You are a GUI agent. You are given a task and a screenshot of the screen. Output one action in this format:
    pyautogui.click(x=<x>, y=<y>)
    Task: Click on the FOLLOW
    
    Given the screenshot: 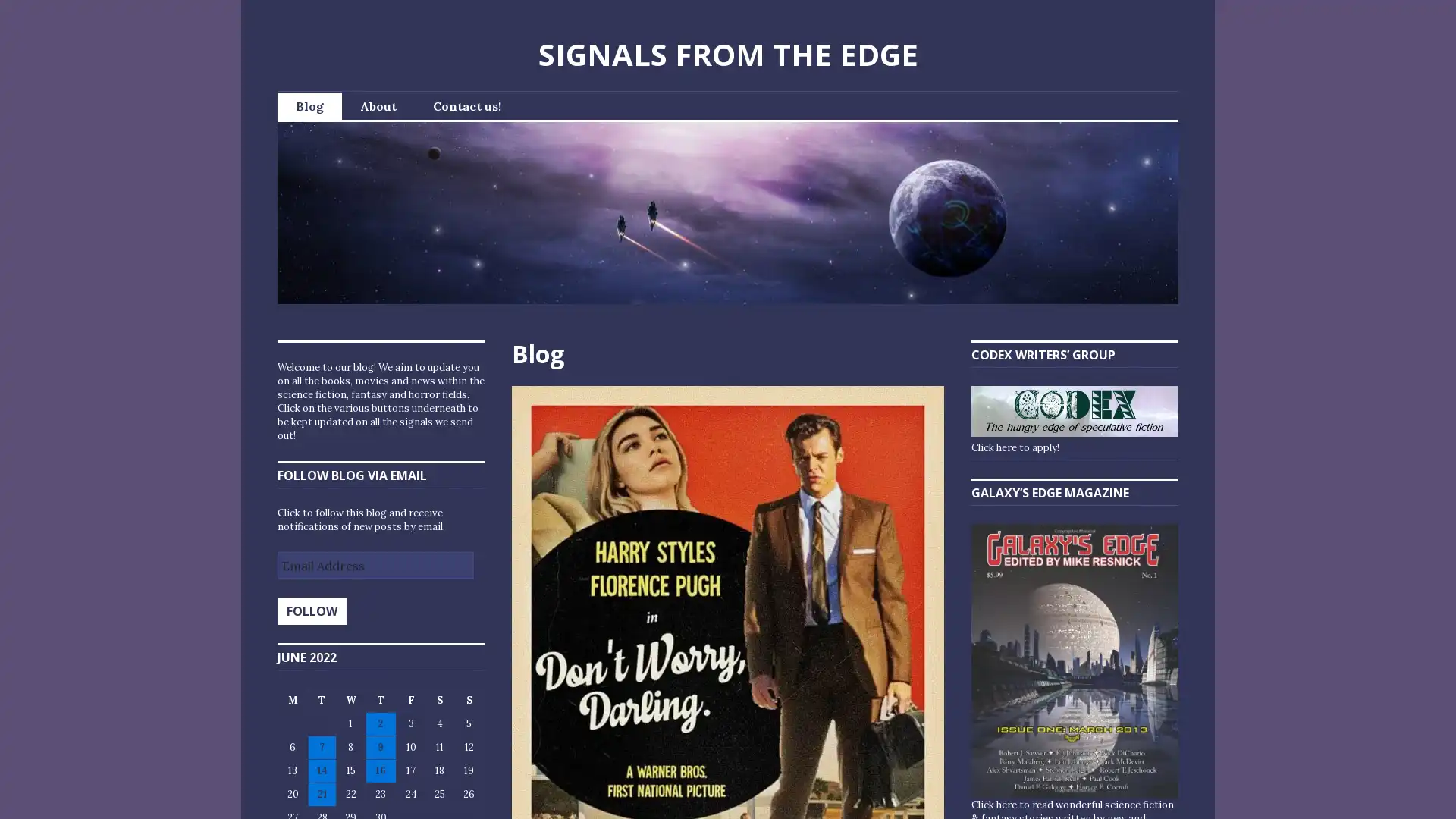 What is the action you would take?
    pyautogui.click(x=311, y=610)
    